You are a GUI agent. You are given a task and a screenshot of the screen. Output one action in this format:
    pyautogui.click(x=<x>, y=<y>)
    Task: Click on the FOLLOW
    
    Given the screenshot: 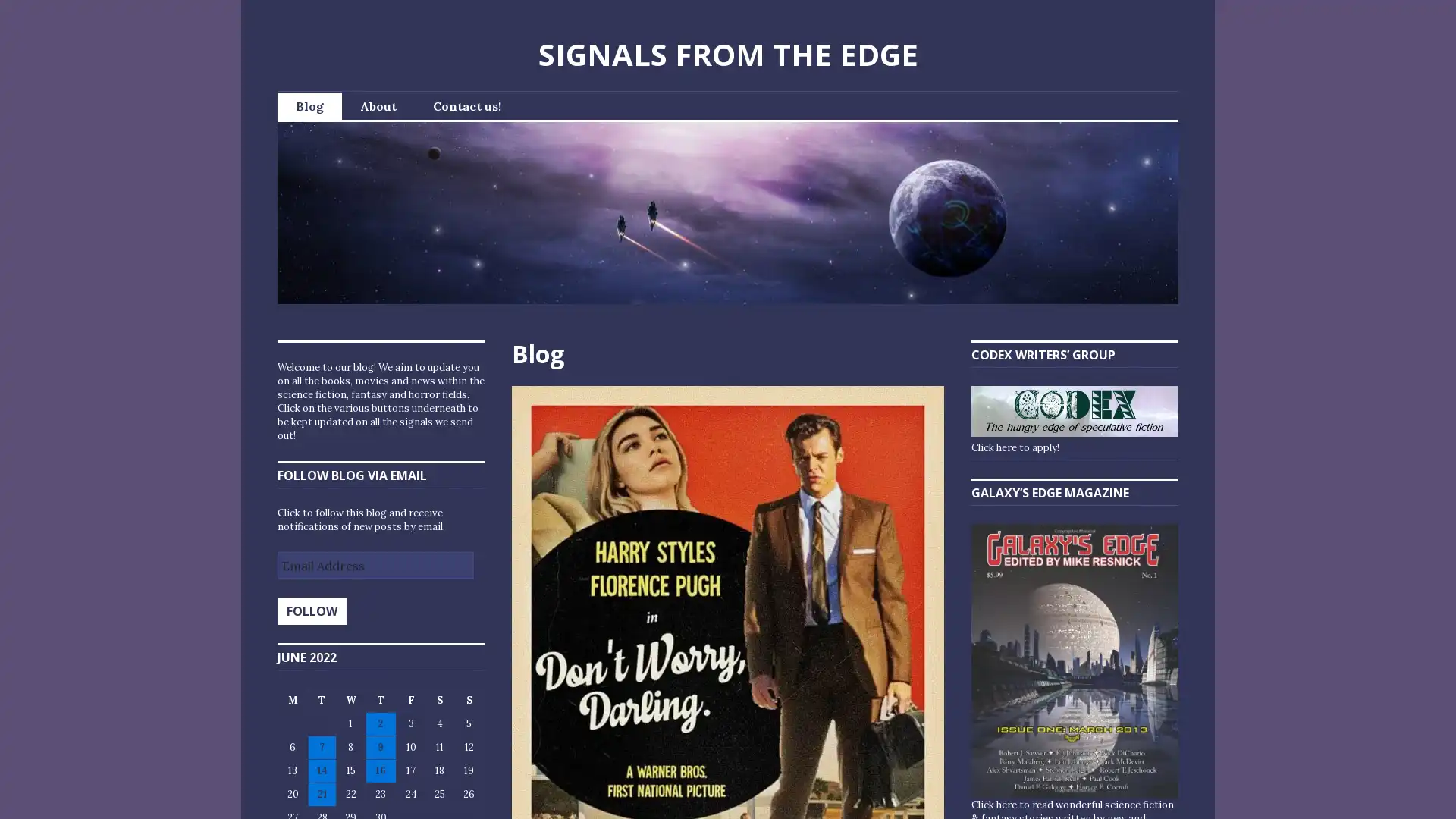 What is the action you would take?
    pyautogui.click(x=311, y=610)
    